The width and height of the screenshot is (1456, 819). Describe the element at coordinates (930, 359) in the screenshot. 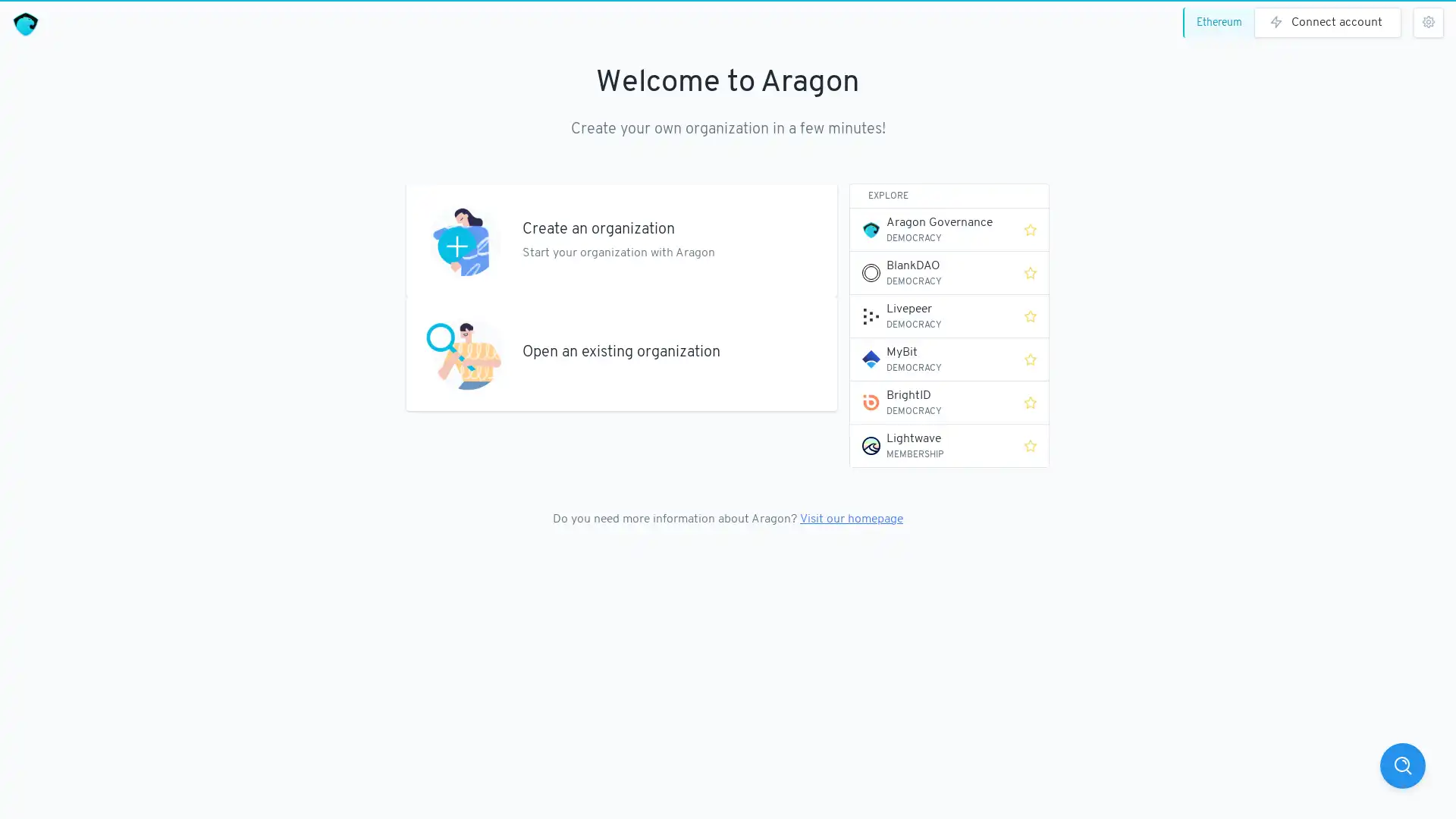

I see `MyBit DEMOCRACY` at that location.